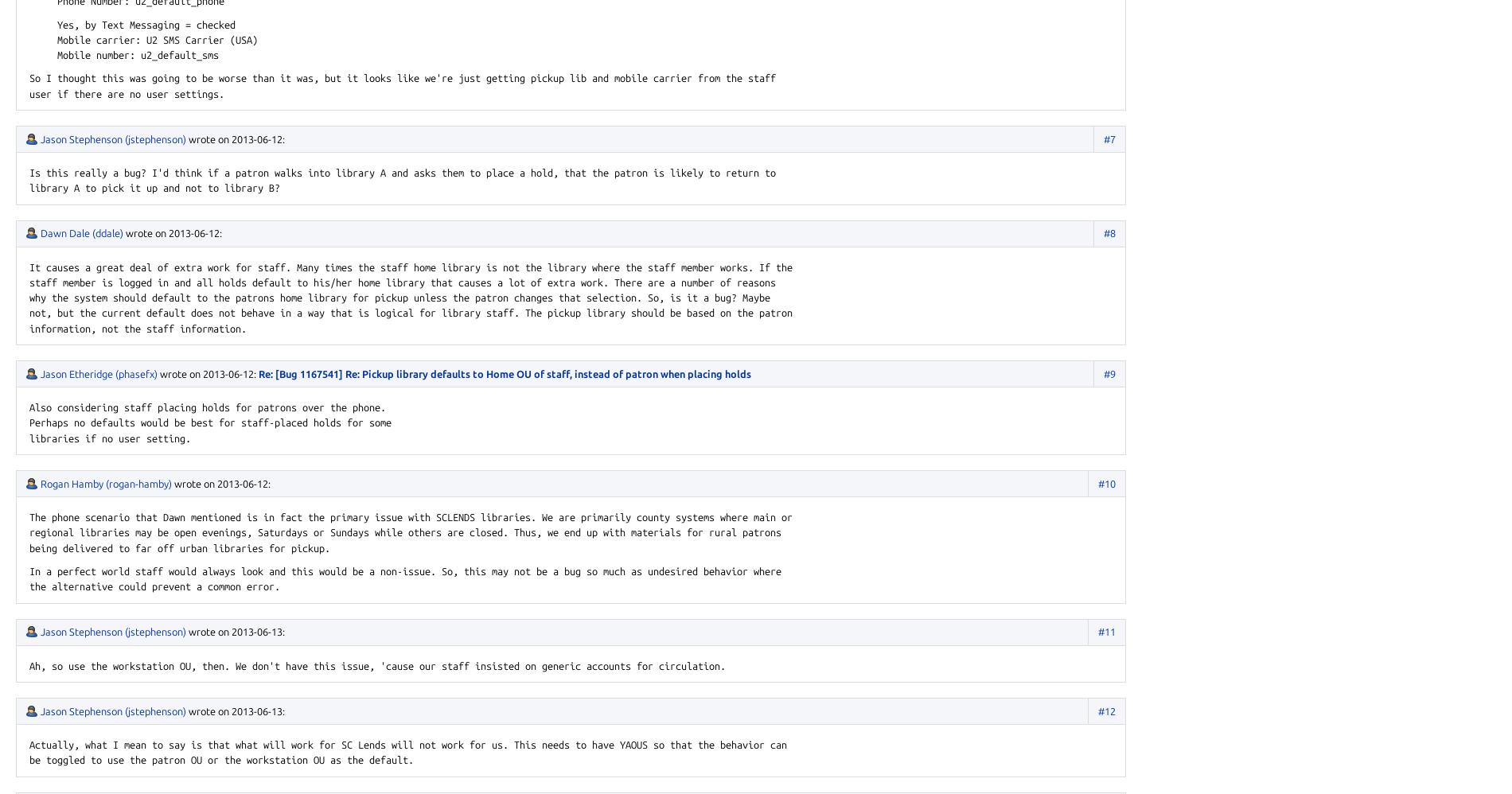  What do you see at coordinates (29, 665) in the screenshot?
I see `'Ah, so use the workstation OU, then. We don't have this issue, 'cause our staff insisted on generic accounts for circulation.'` at bounding box center [29, 665].